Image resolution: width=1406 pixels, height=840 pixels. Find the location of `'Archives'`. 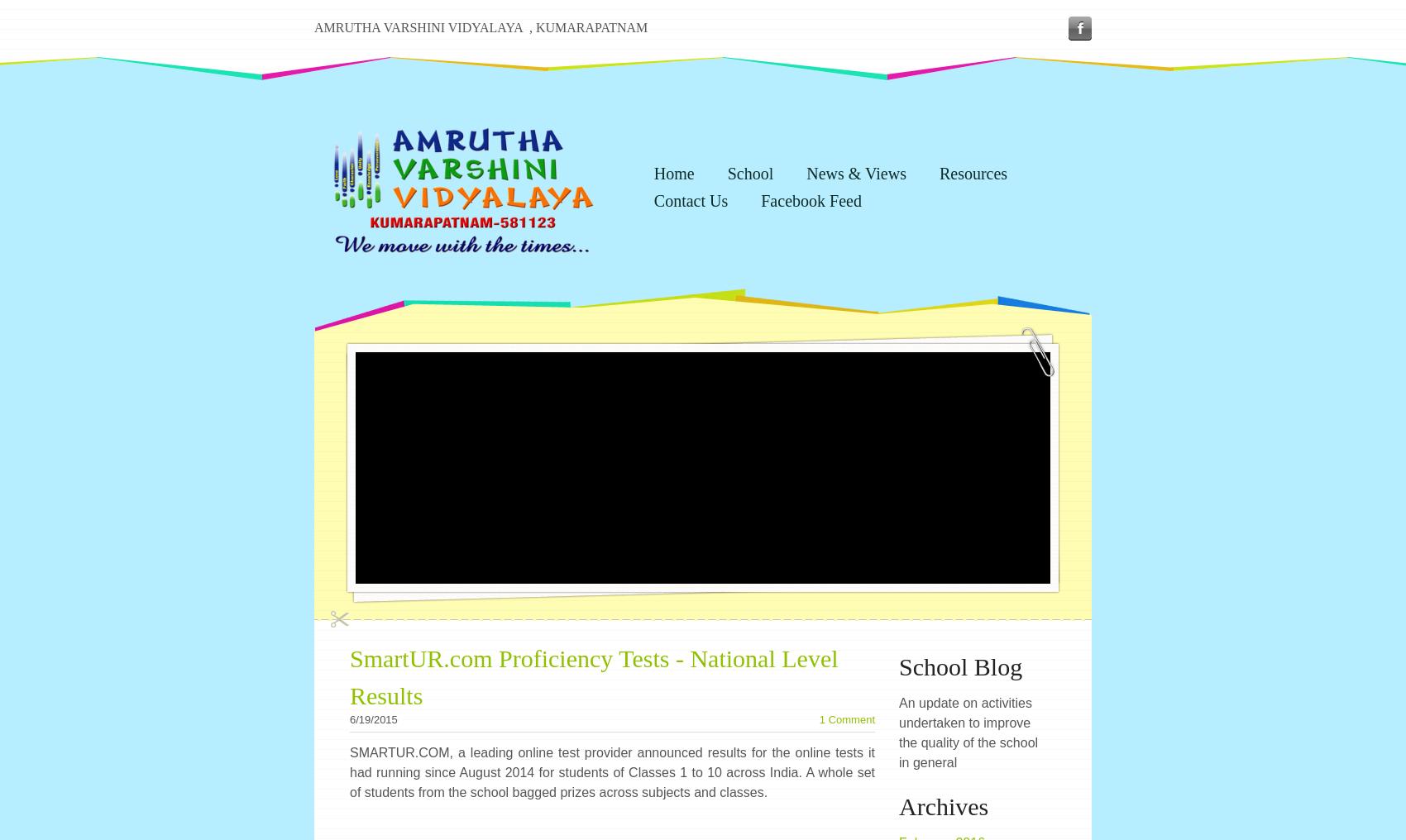

'Archives' is located at coordinates (944, 806).